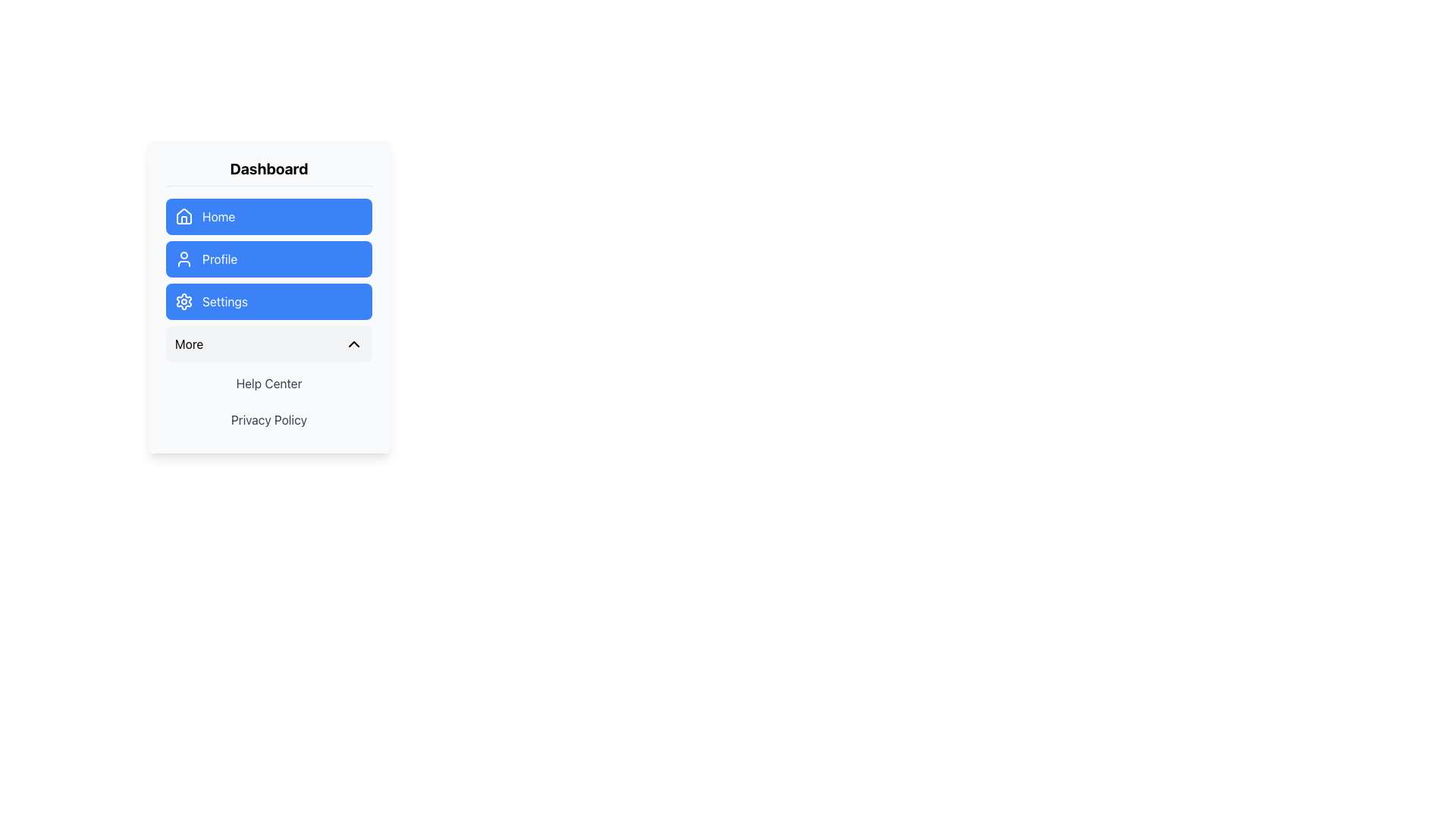  I want to click on the 'More' expandable button, which is a rectangular button with rounded corners, located below the 'Settings' button and above the 'Help Center' and 'Privacy Policy' links, so click(269, 344).